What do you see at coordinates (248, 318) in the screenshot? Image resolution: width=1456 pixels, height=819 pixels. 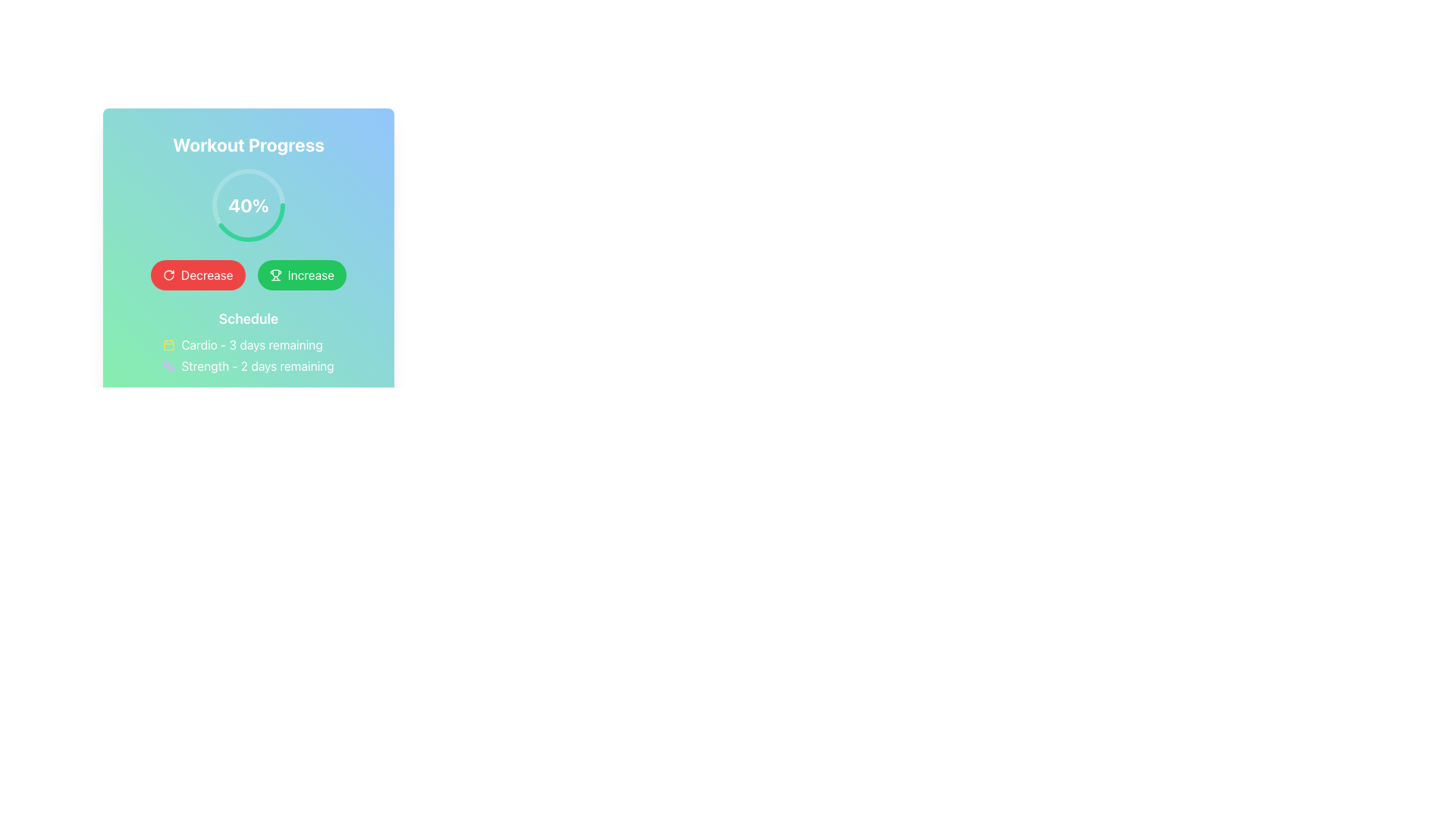 I see `text label located in the 'Workout Progress' section, positioned centrally below the 'Decrease' and 'Increase' buttons` at bounding box center [248, 318].